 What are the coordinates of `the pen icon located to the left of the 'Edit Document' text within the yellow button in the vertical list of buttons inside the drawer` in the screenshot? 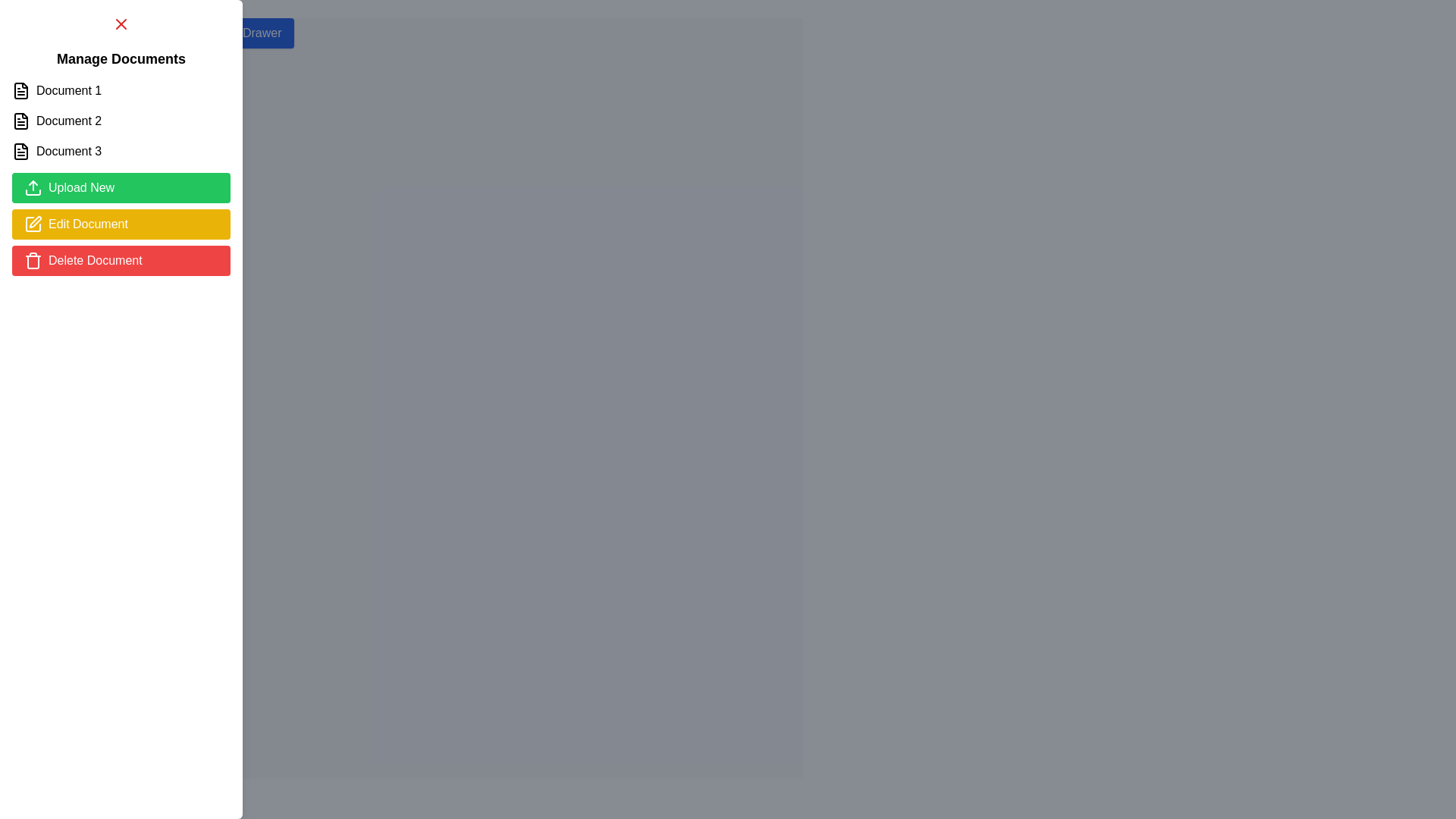 It's located at (33, 224).